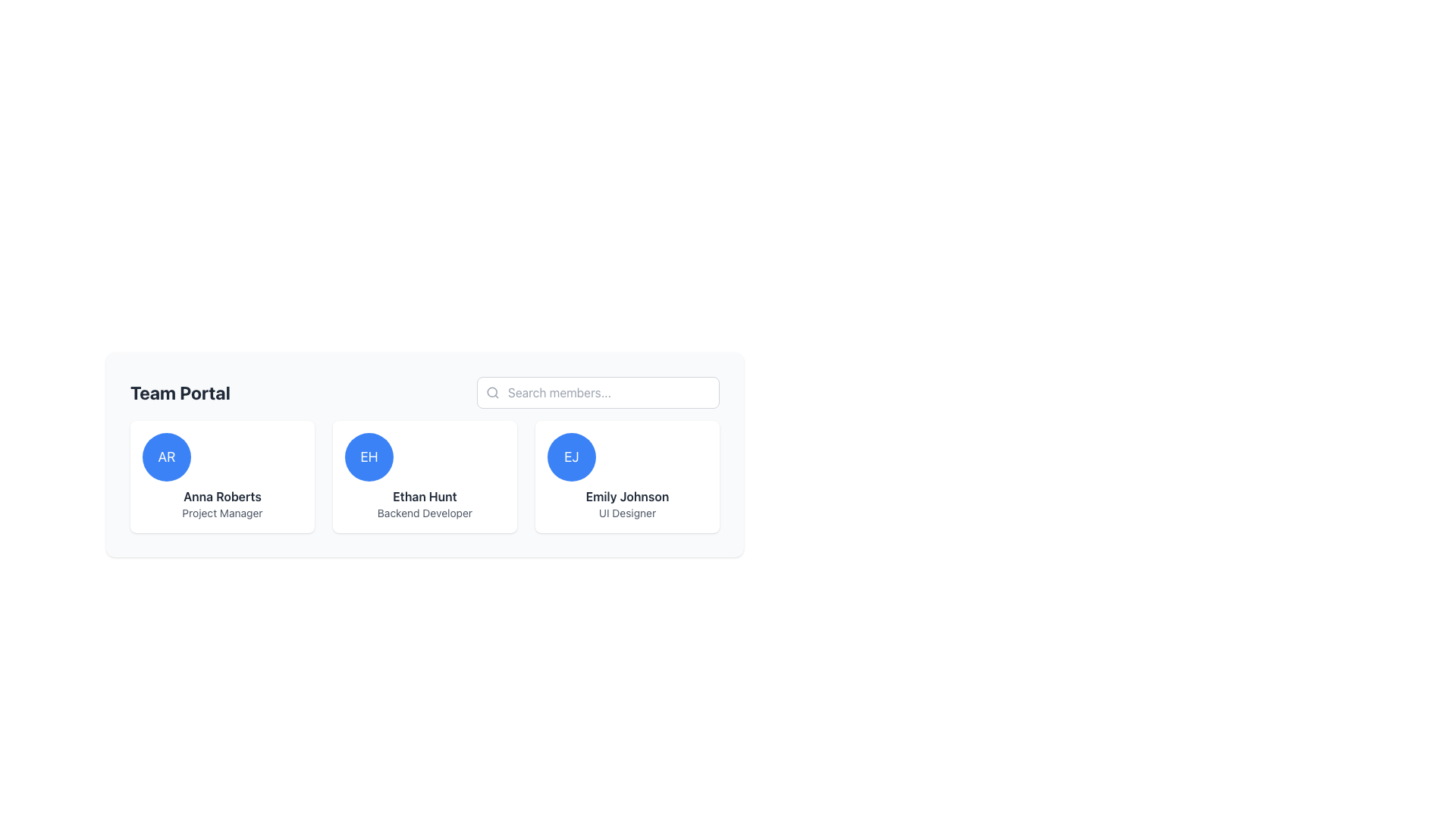 The image size is (1456, 819). Describe the element at coordinates (492, 391) in the screenshot. I see `the circular element located at the center of the magnifying glass icon, which is positioned to the left of the 'Search members...' input field` at that location.